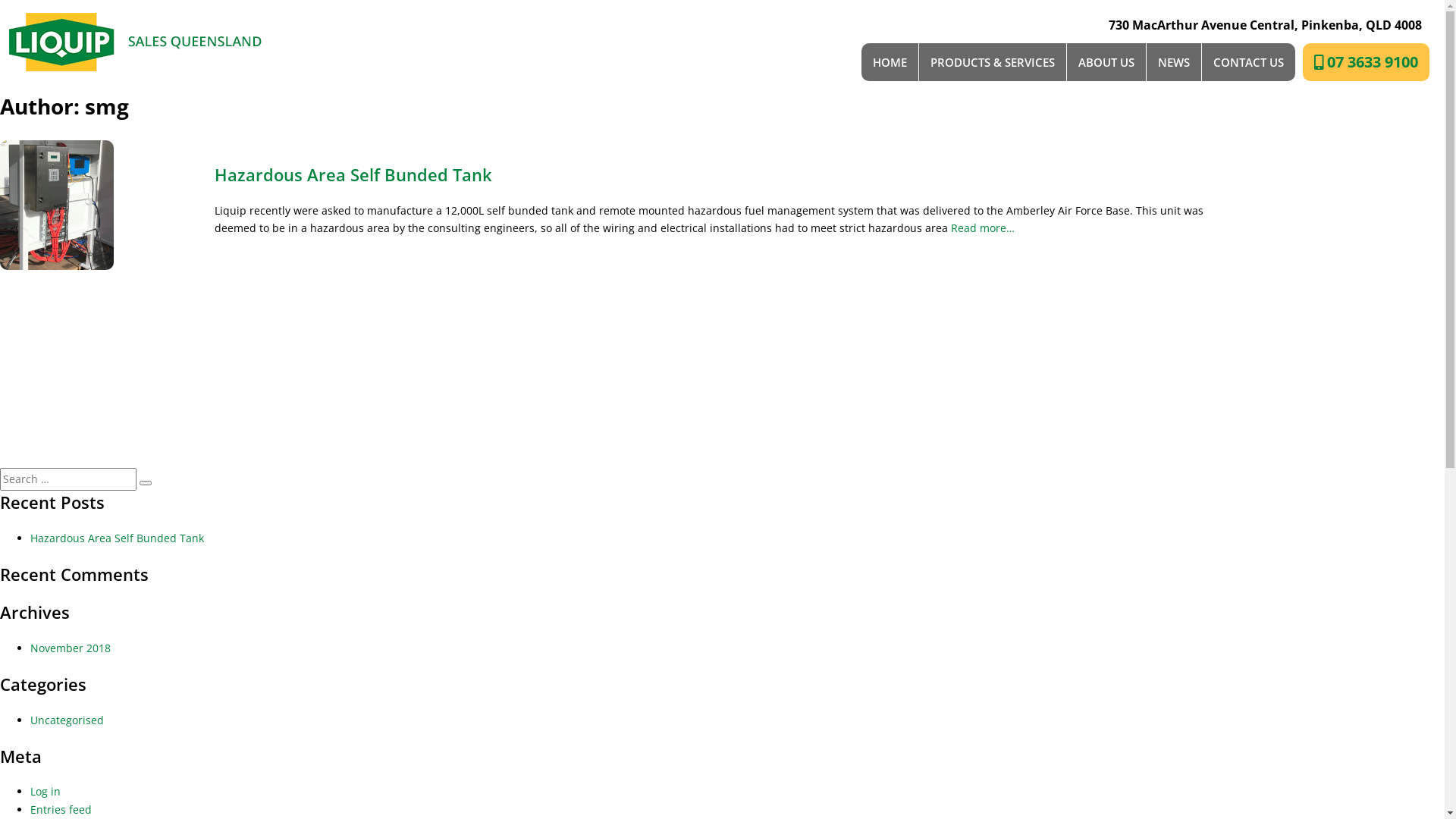  I want to click on 'NEWS', so click(1173, 61).